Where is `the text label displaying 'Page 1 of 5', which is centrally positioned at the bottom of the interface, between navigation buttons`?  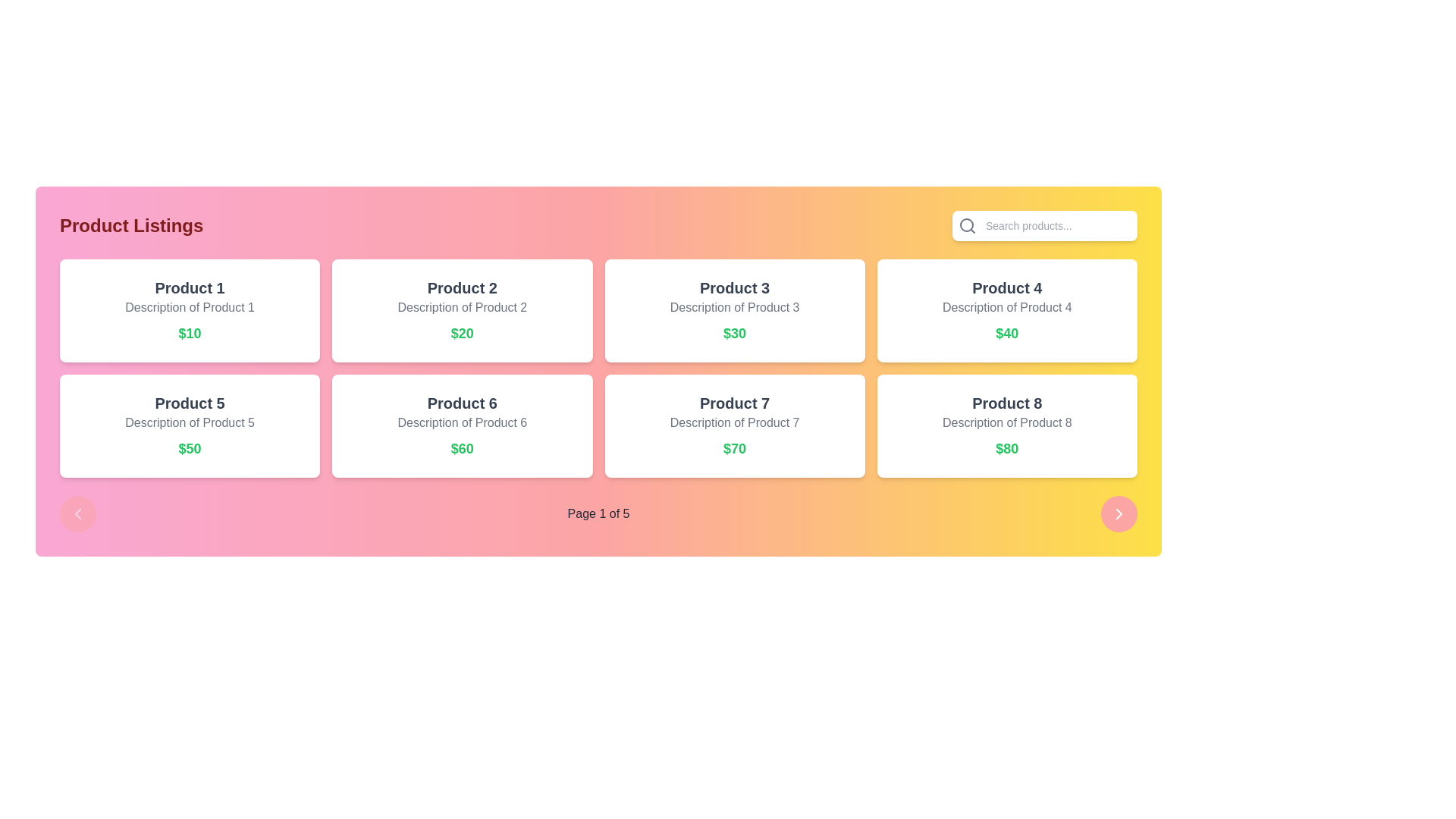
the text label displaying 'Page 1 of 5', which is centrally positioned at the bottom of the interface, between navigation buttons is located at coordinates (598, 513).